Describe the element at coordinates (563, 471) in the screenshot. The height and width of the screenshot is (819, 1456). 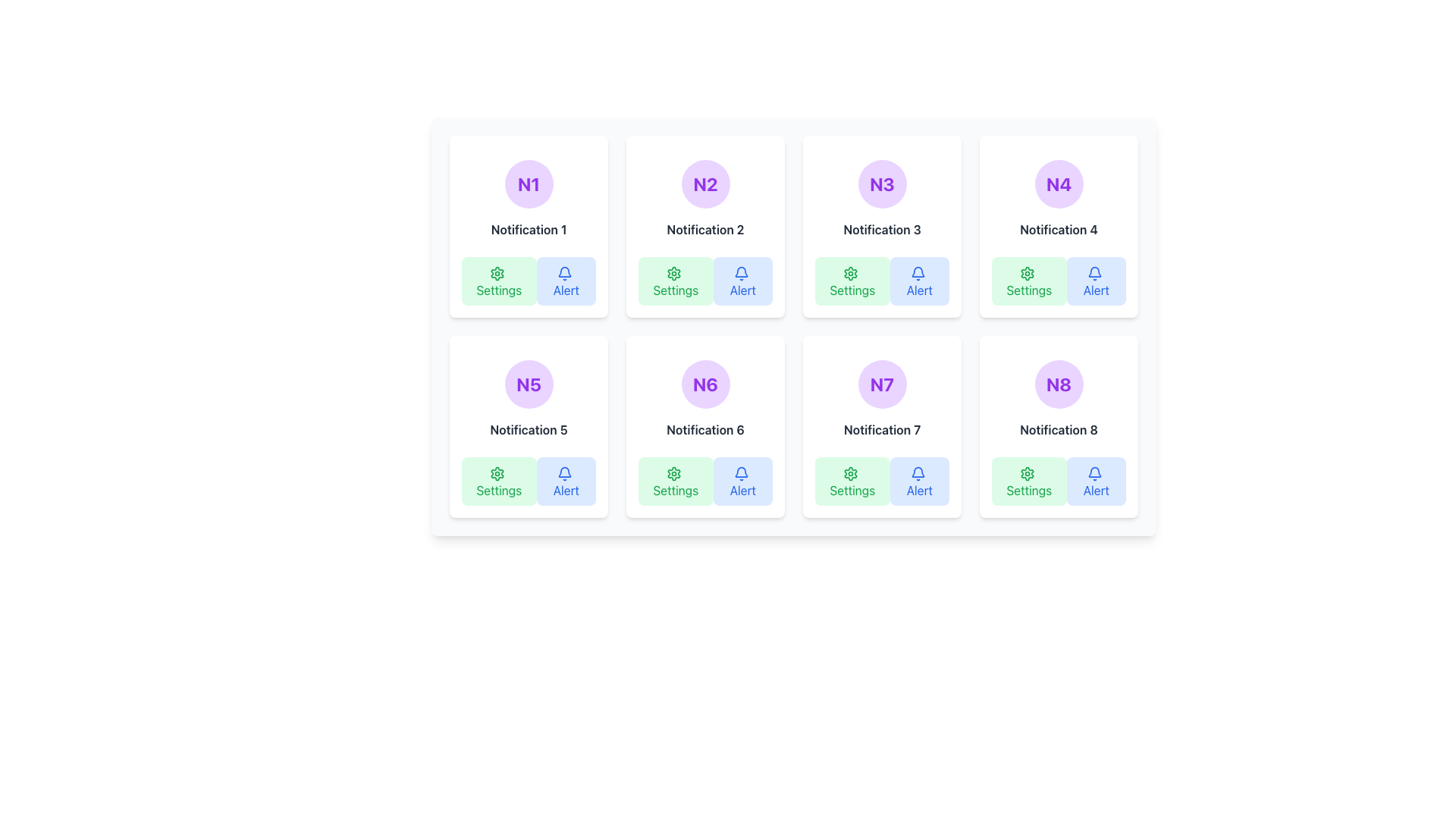
I see `the alert icon located` at that location.